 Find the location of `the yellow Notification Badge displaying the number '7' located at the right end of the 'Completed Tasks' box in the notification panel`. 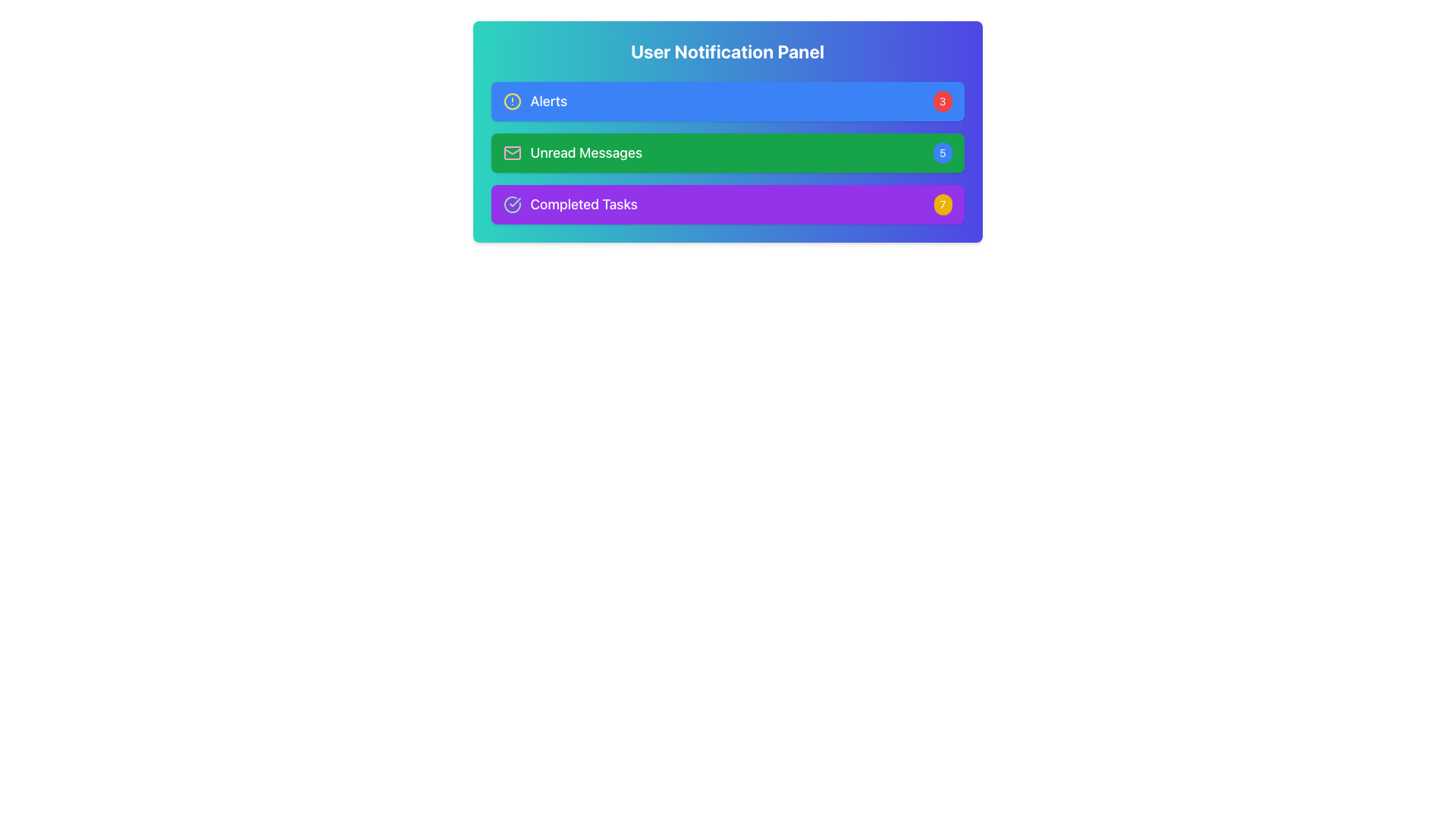

the yellow Notification Badge displaying the number '7' located at the right end of the 'Completed Tasks' box in the notification panel is located at coordinates (942, 205).